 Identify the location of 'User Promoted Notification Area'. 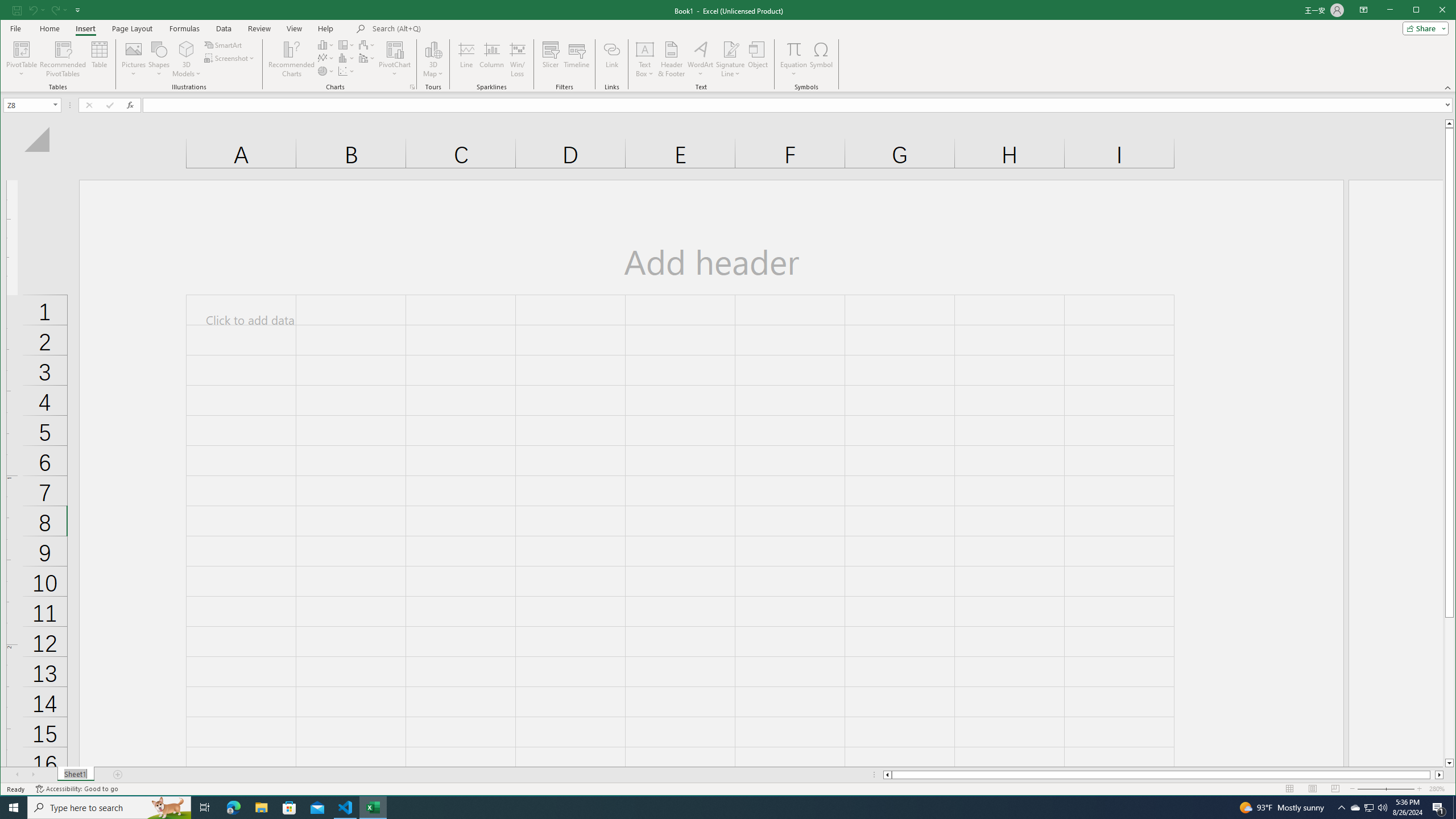
(1368, 806).